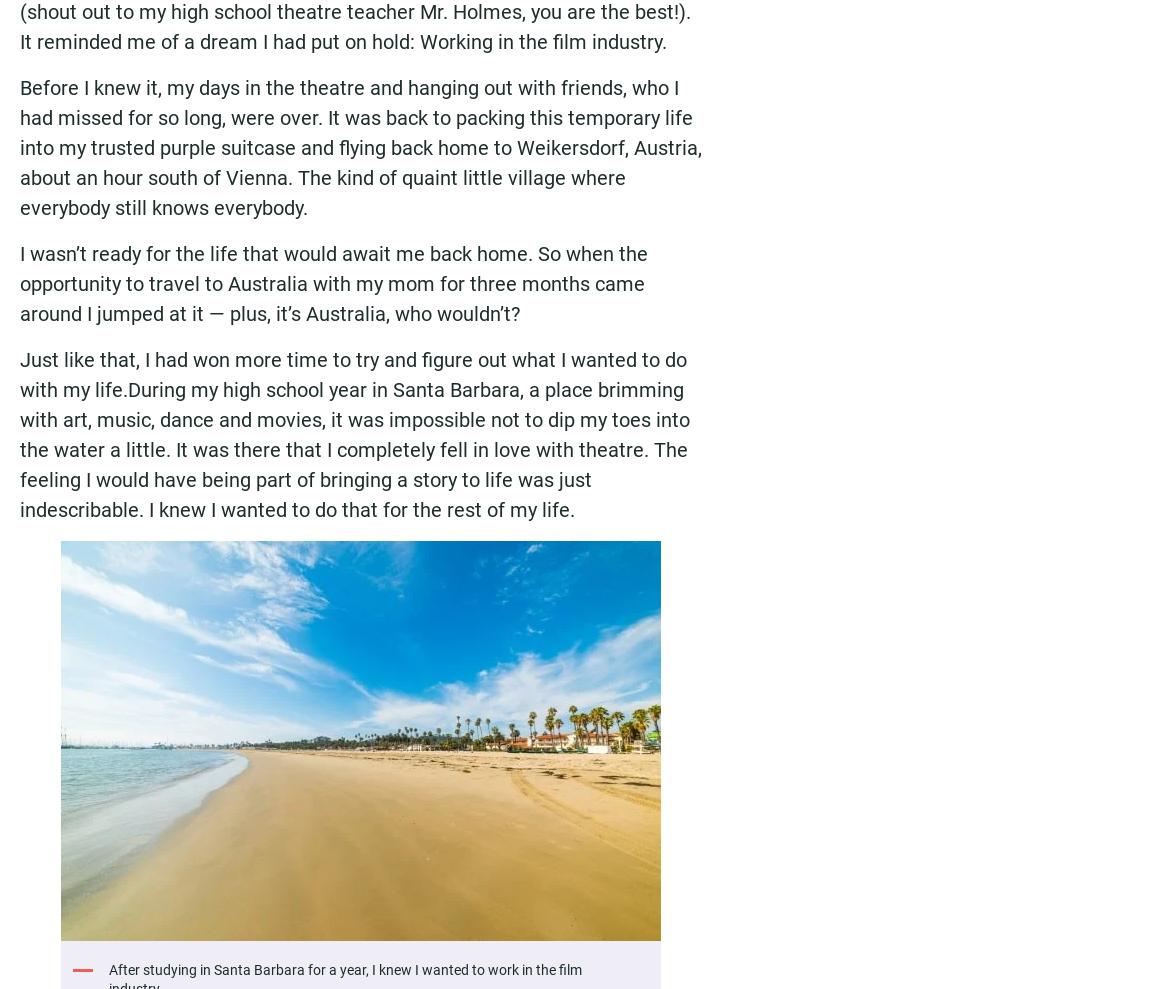 Image resolution: width=1150 pixels, height=989 pixels. I want to click on 'Privacy Policy', so click(964, 896).